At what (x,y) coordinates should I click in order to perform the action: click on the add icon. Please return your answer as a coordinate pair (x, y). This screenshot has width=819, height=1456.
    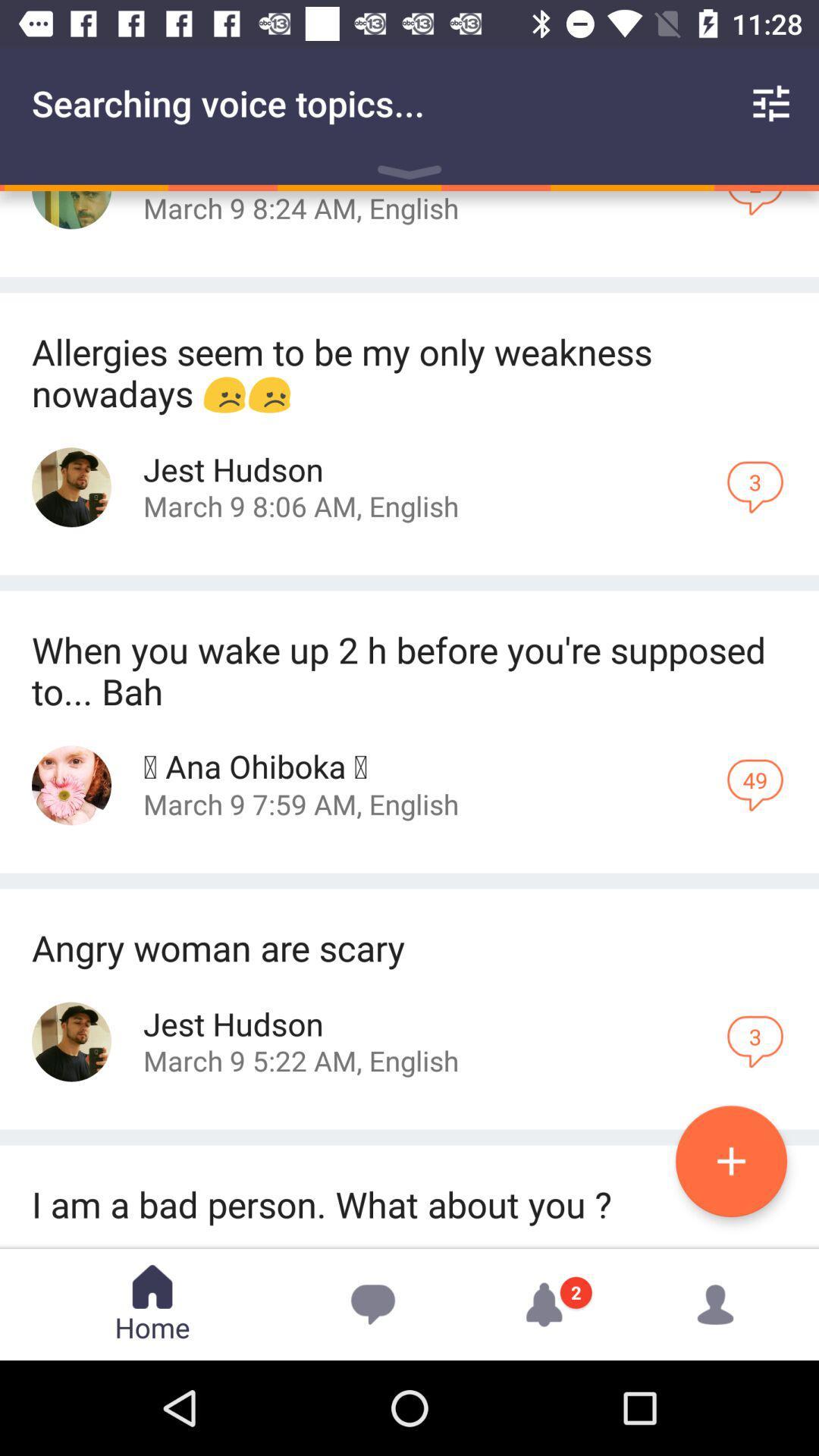
    Looking at the image, I should click on (730, 1160).